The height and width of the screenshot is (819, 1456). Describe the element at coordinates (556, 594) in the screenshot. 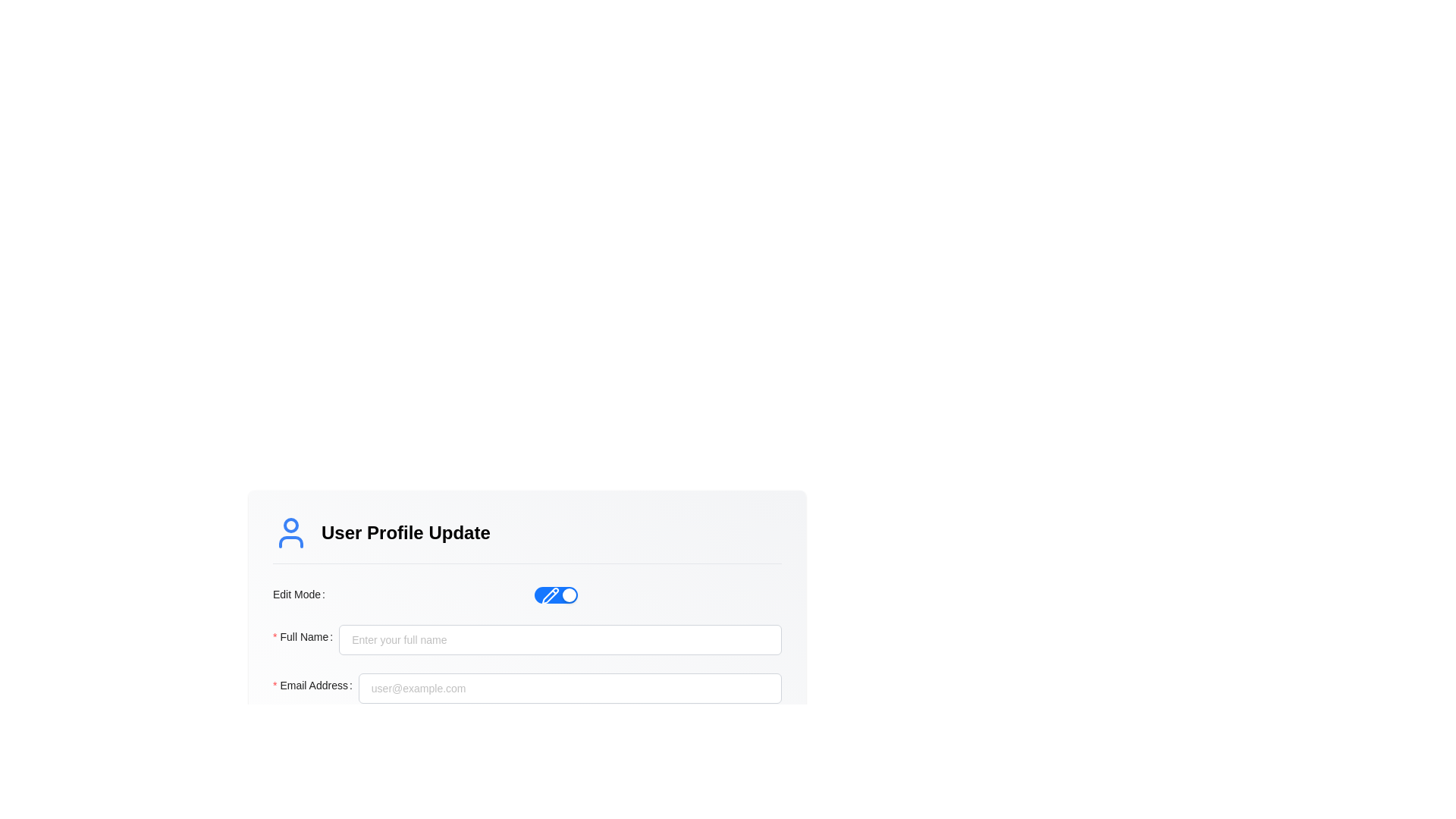

I see `the toggle switch located to the right of the 'Edit Mode:' label in the User Profile Update form` at that location.